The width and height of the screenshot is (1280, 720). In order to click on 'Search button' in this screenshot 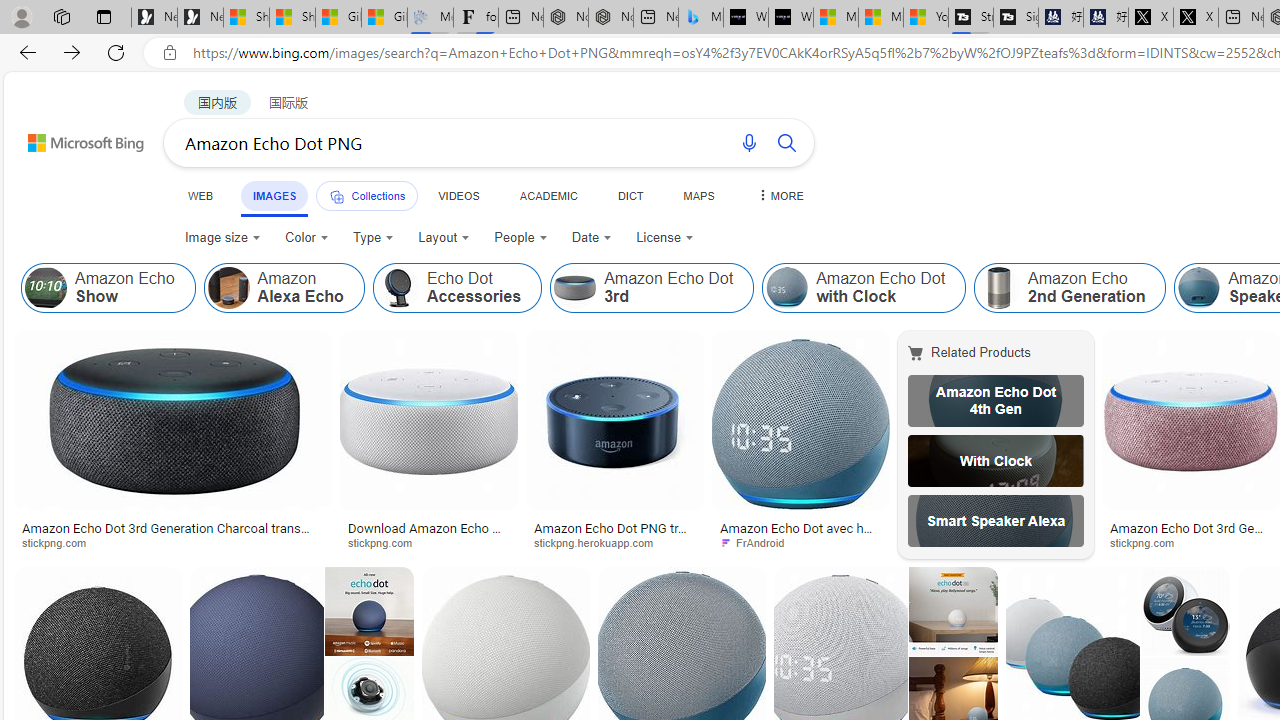, I will do `click(785, 141)`.